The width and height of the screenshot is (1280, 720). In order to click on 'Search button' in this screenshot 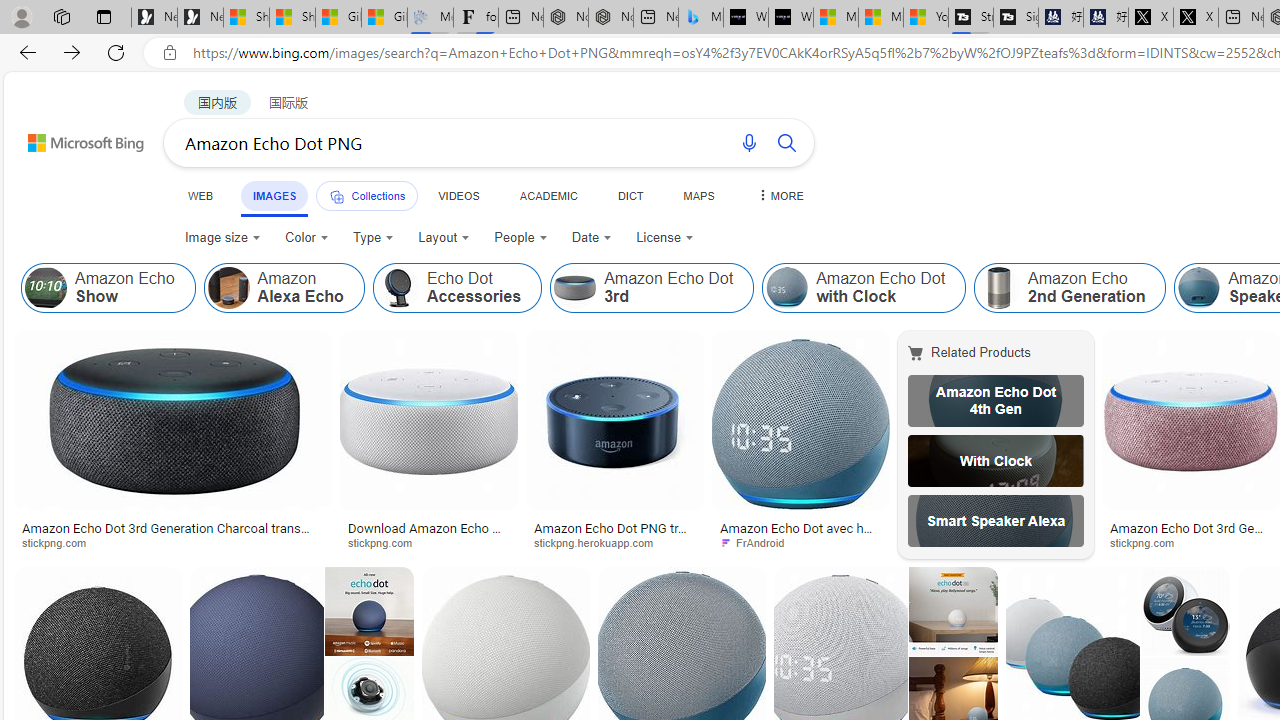, I will do `click(785, 141)`.